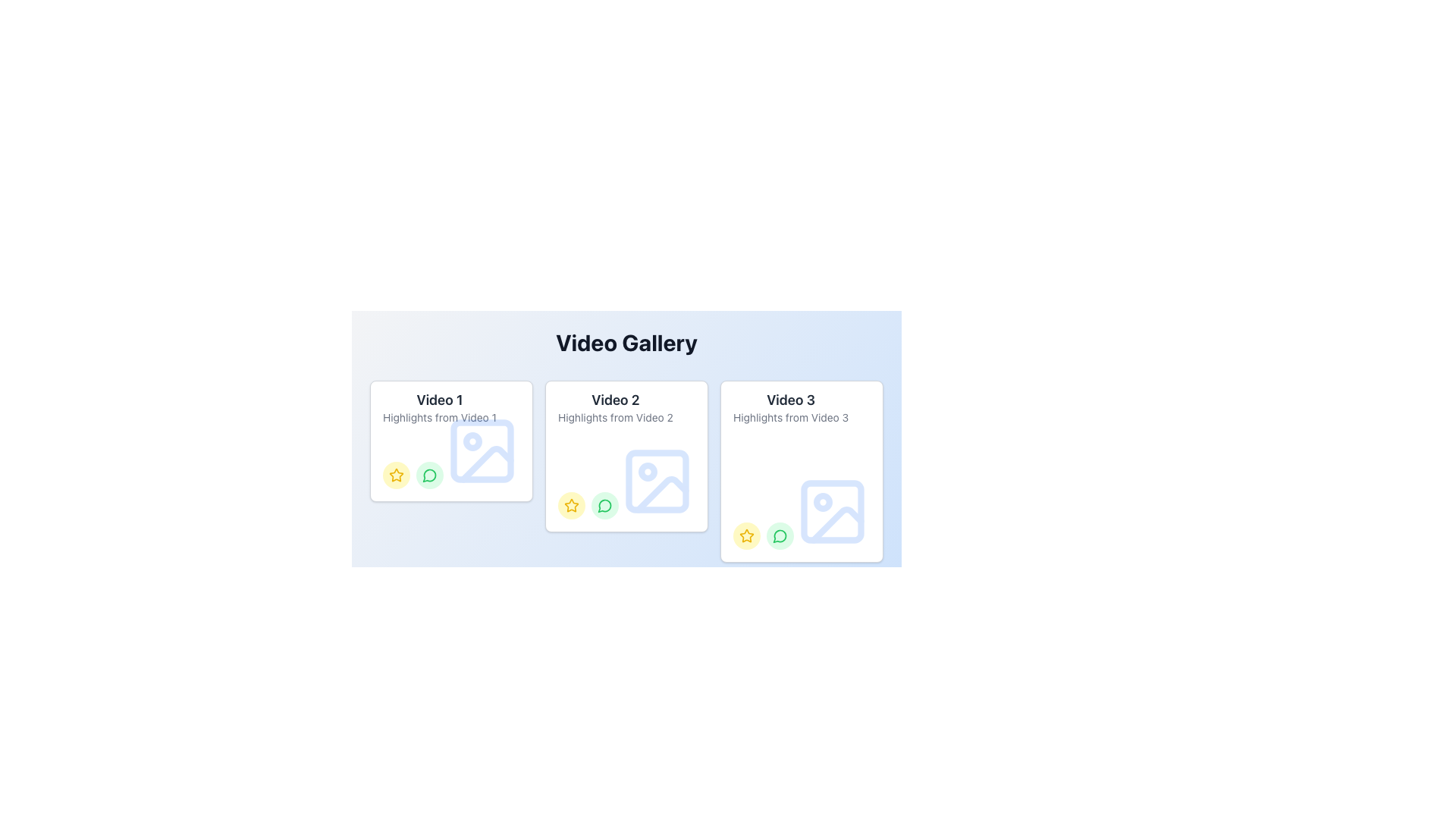 This screenshot has width=1456, height=819. I want to click on the yellow star icon button with rounded edges located in the lower-left corner of the card labeled 'Video 3', so click(570, 506).